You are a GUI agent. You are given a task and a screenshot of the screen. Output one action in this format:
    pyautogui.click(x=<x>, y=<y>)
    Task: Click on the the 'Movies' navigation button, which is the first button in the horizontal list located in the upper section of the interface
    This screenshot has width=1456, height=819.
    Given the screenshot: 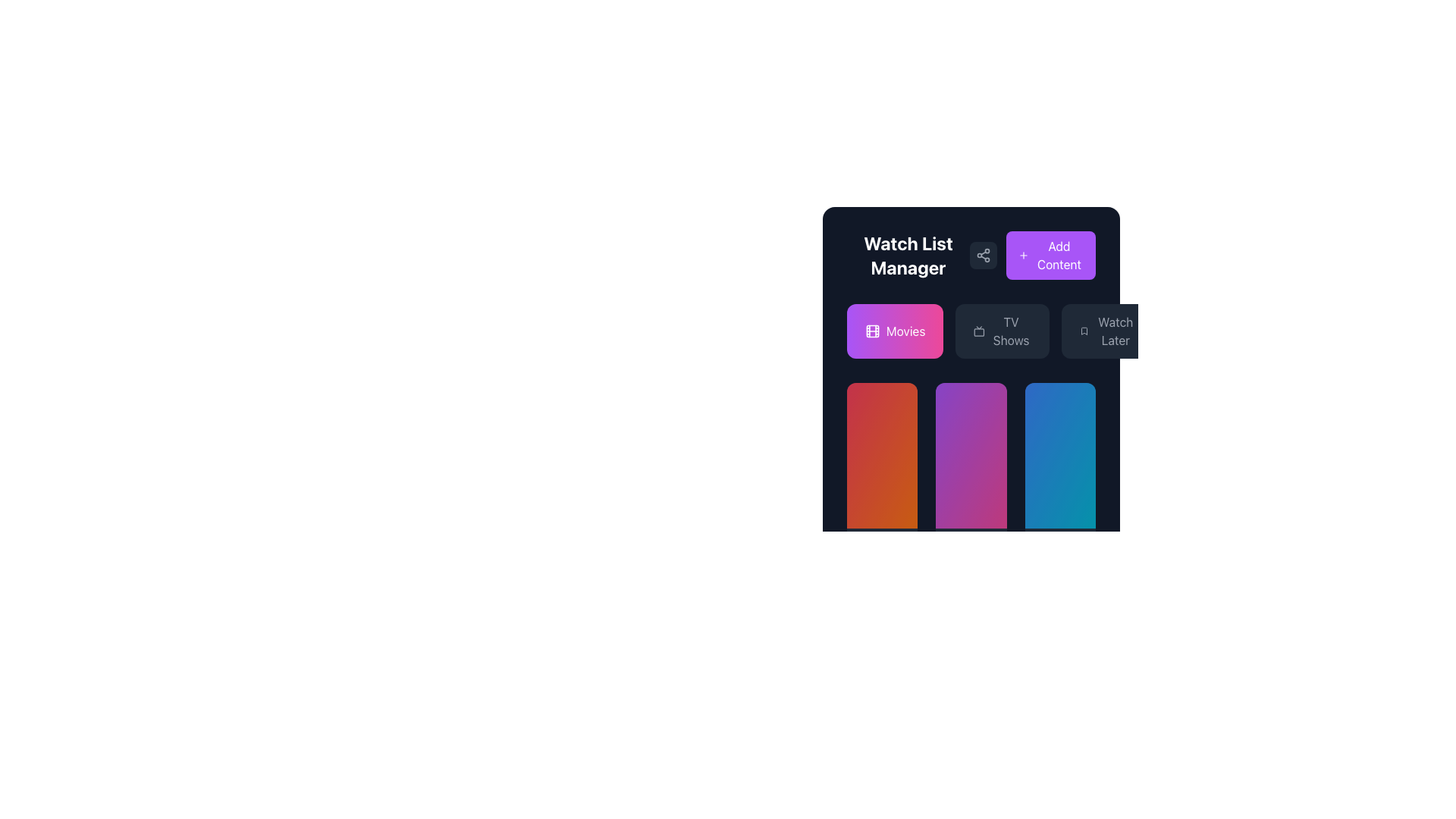 What is the action you would take?
    pyautogui.click(x=895, y=330)
    